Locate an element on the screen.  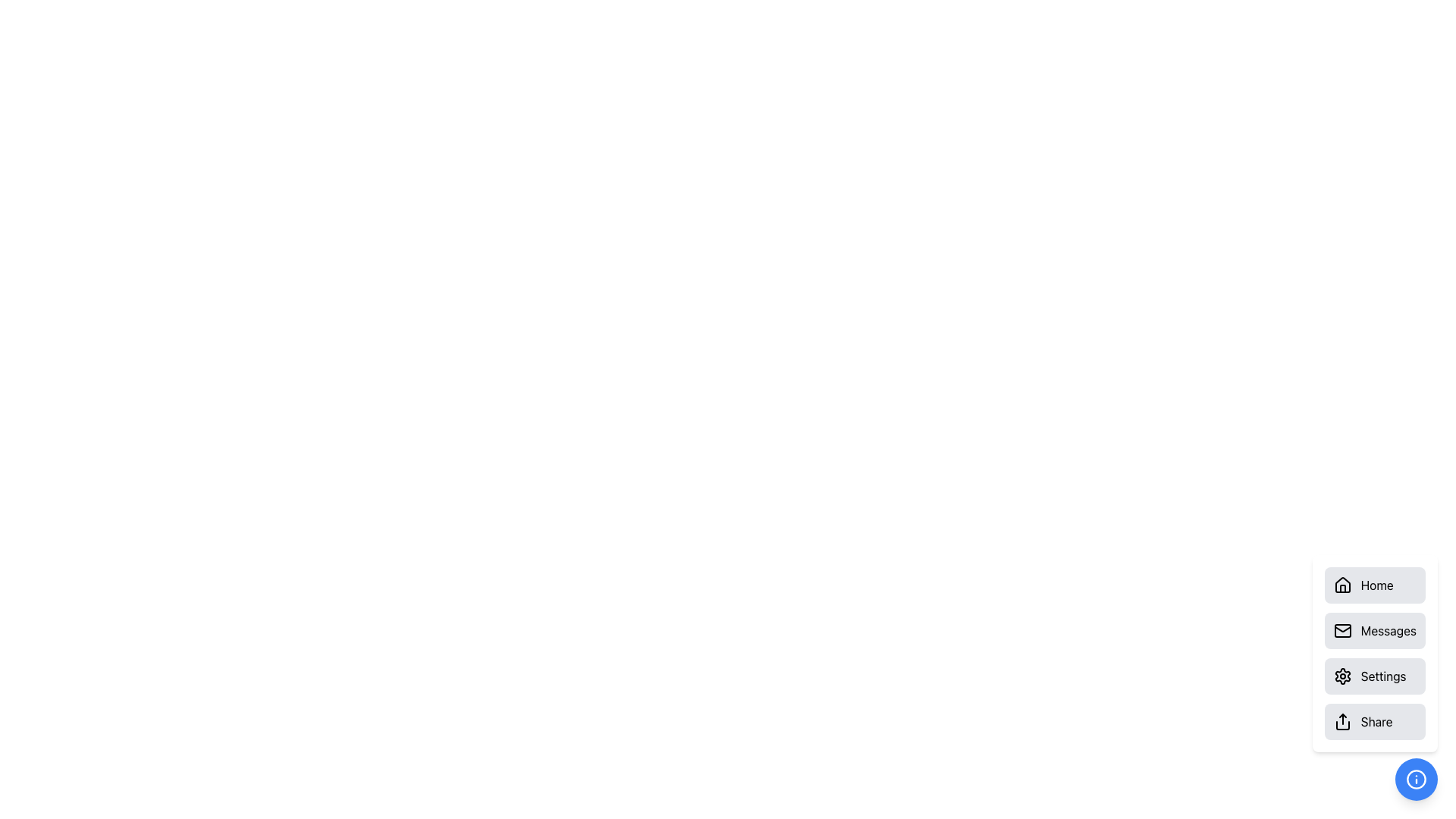
vertical rectangular shape element that represents a door in the house structure icon of the 'Home' button, located at the bottom-center of the icon is located at coordinates (1342, 588).